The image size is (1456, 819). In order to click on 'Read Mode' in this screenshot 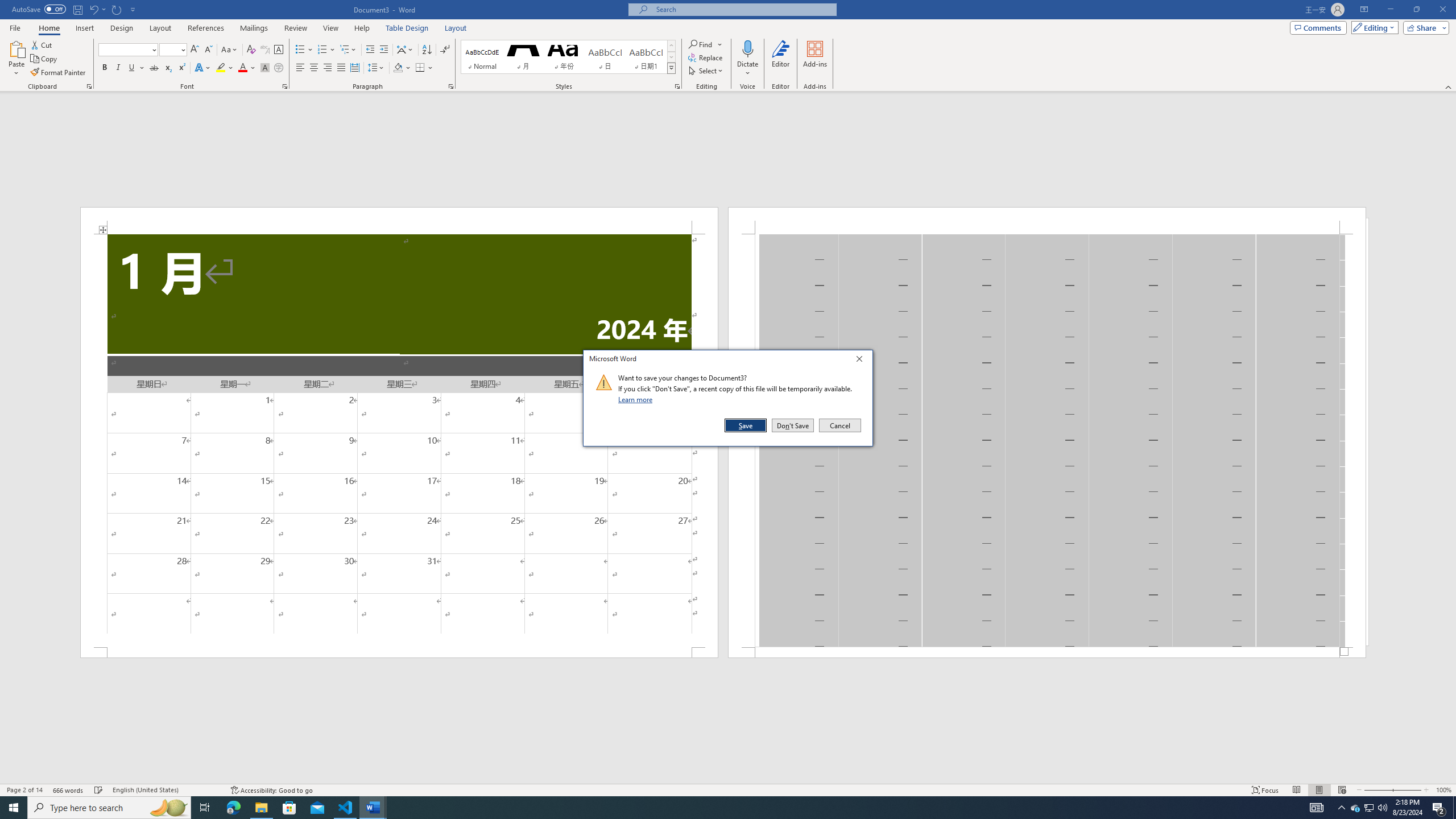, I will do `click(1296, 790)`.